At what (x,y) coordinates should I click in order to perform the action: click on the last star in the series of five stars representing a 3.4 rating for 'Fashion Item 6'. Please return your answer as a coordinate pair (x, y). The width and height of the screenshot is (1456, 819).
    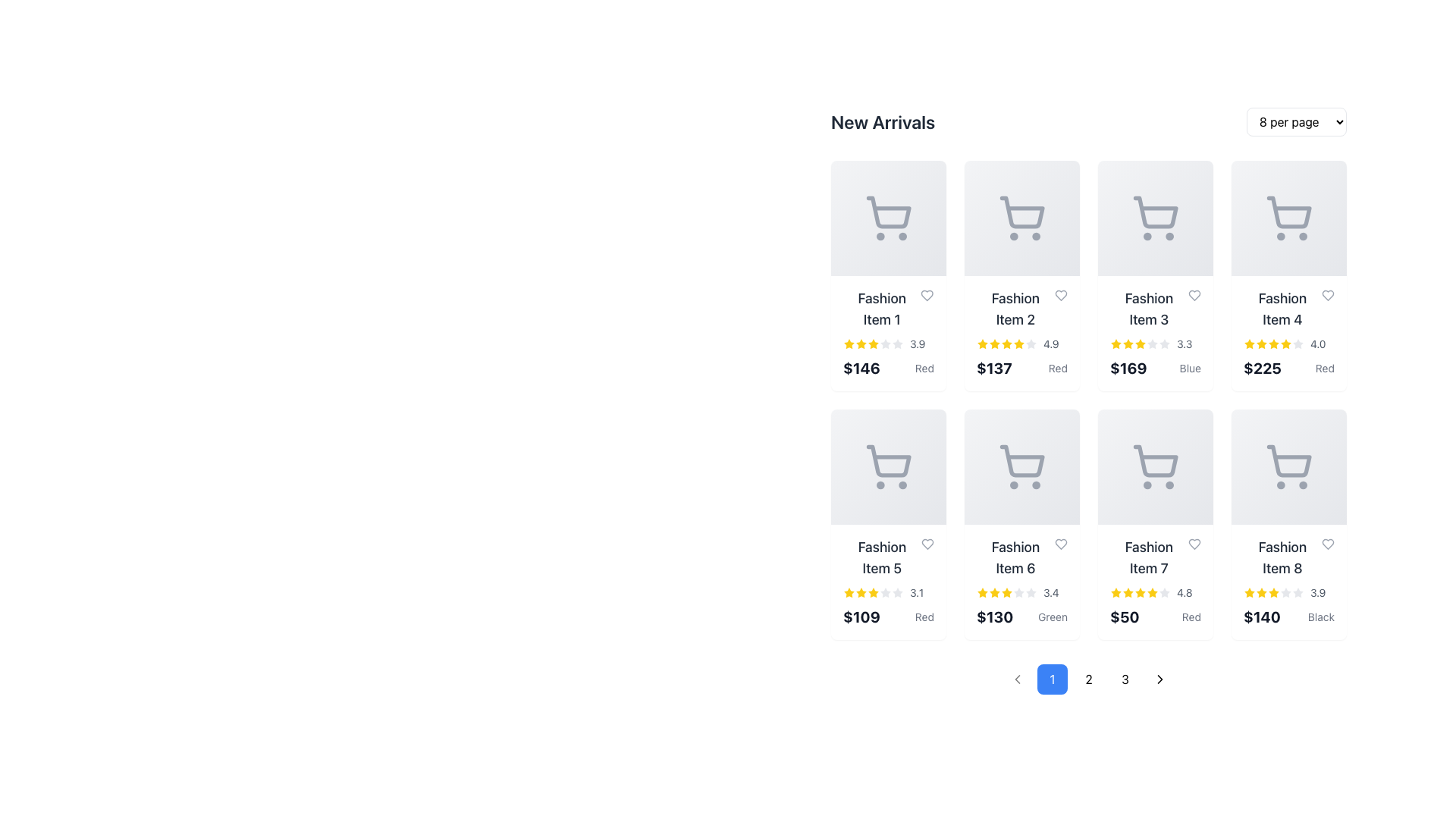
    Looking at the image, I should click on (1031, 592).